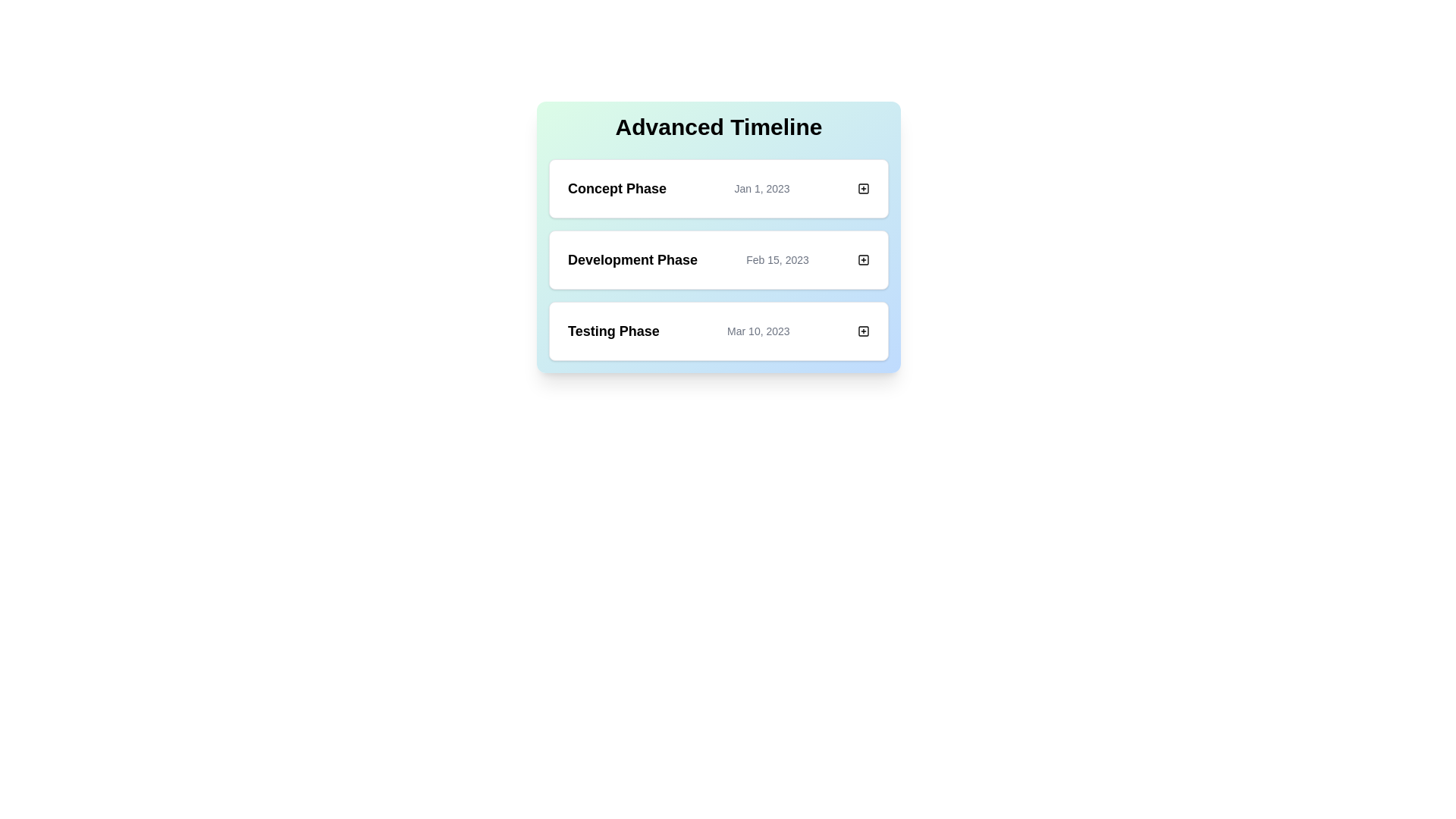 The height and width of the screenshot is (819, 1456). What do you see at coordinates (863, 188) in the screenshot?
I see `the action button icon located at the far right of the 'Concept Phase Jan 1, 2023' section` at bounding box center [863, 188].